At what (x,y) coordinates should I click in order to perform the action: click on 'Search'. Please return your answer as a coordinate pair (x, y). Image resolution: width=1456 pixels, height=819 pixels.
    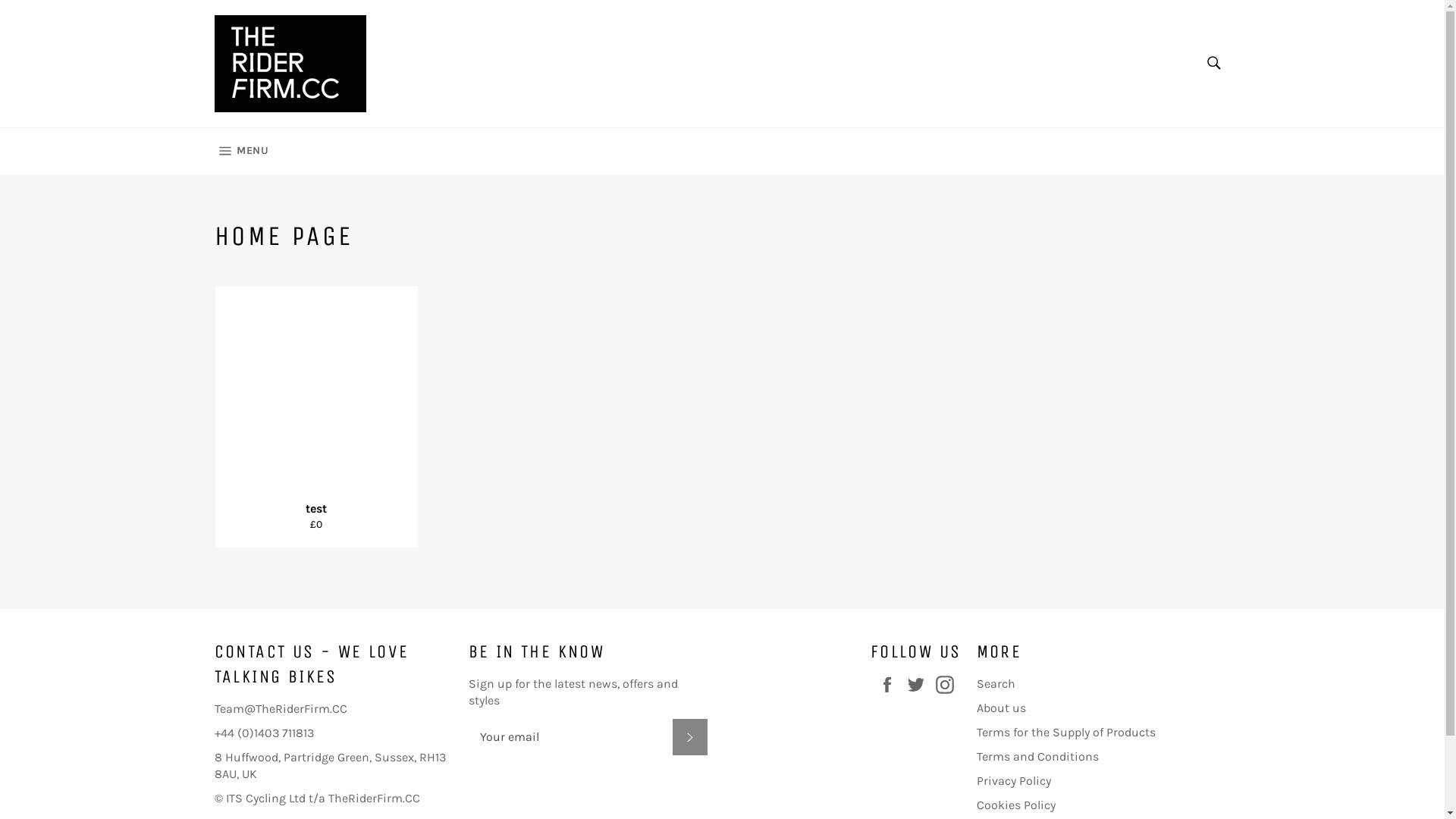
    Looking at the image, I should click on (1195, 62).